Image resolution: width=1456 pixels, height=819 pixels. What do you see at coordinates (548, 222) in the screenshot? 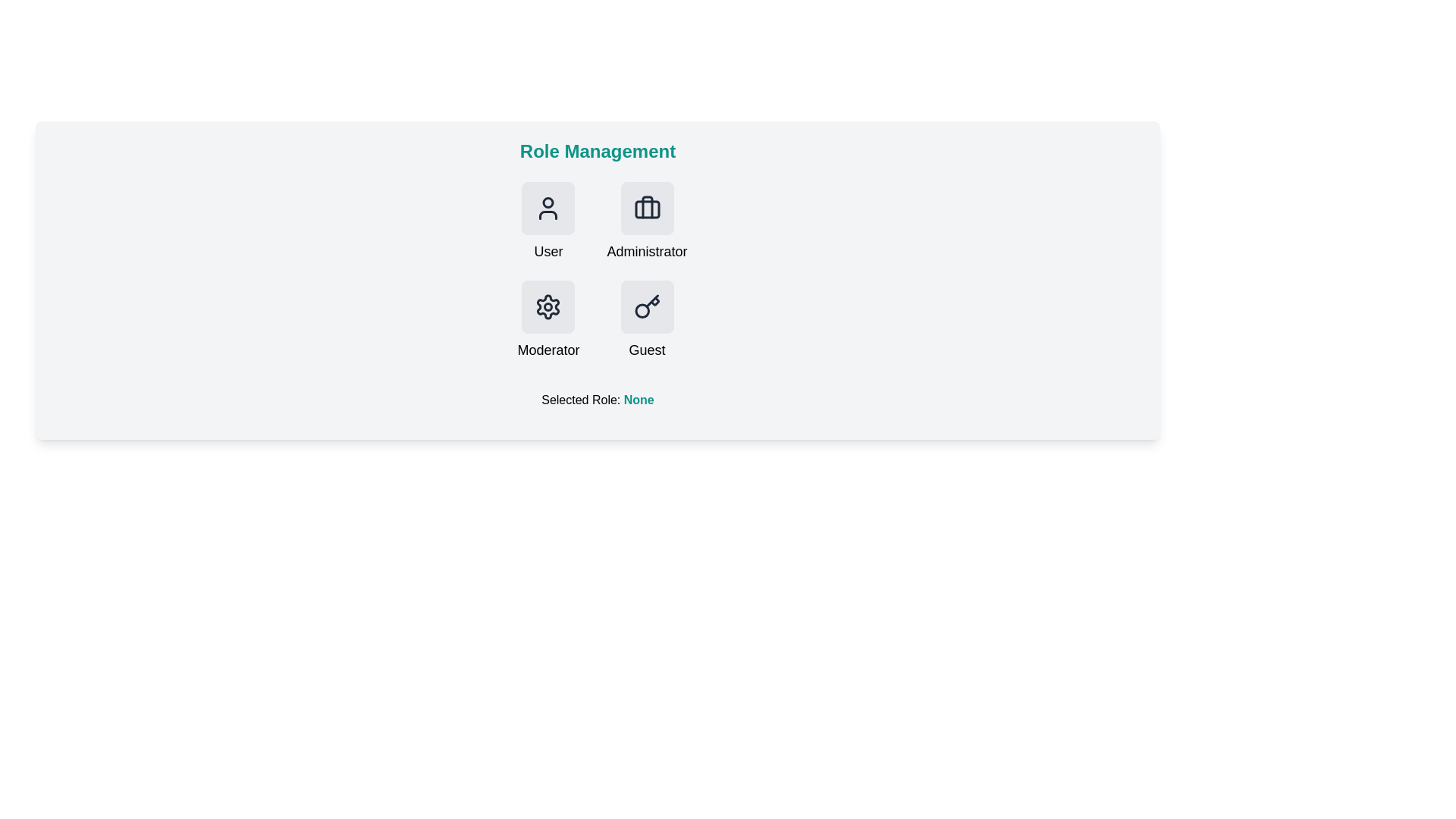
I see `the button in the 'Role Management' section` at bounding box center [548, 222].